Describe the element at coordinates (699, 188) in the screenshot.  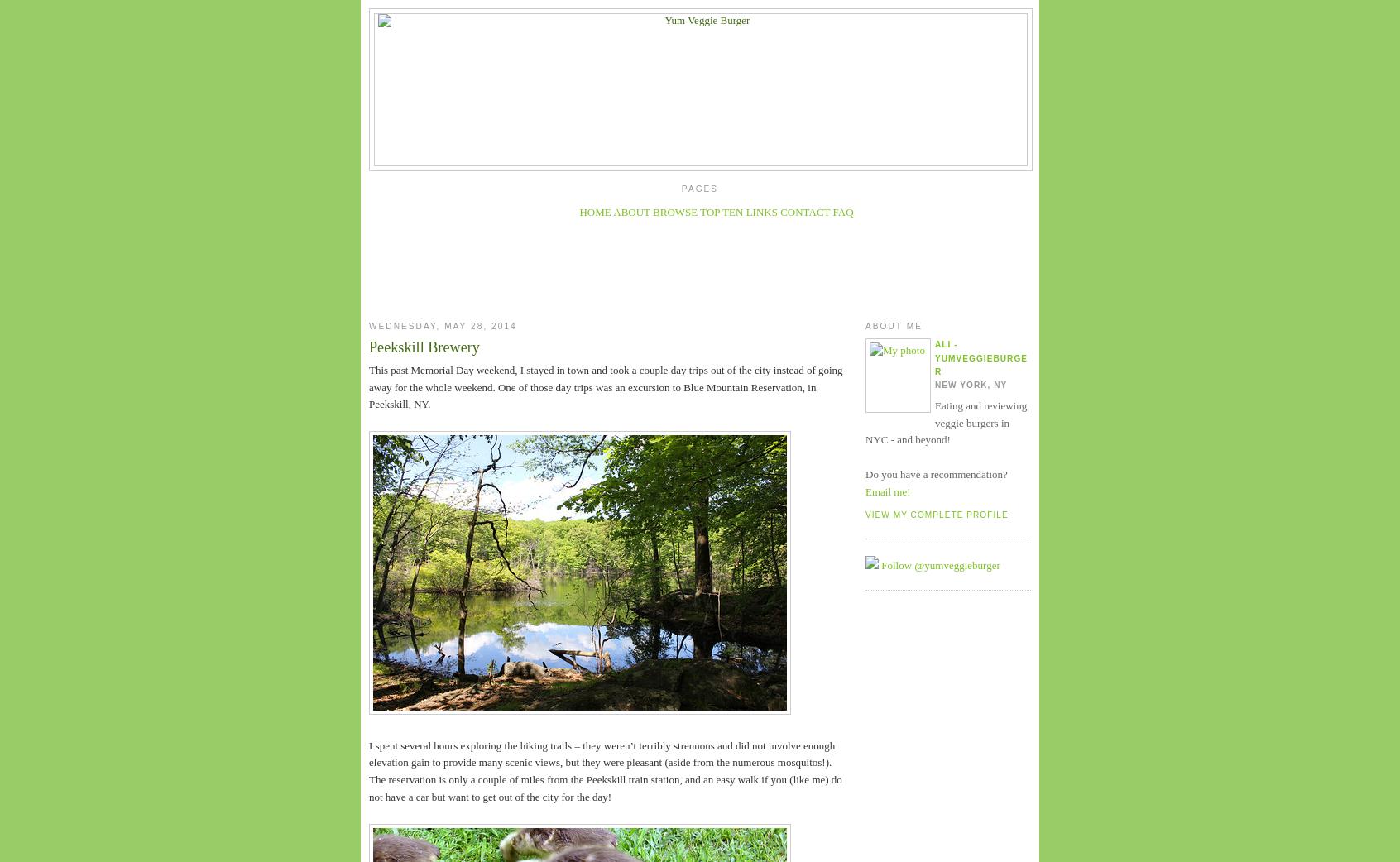
I see `'Pages'` at that location.